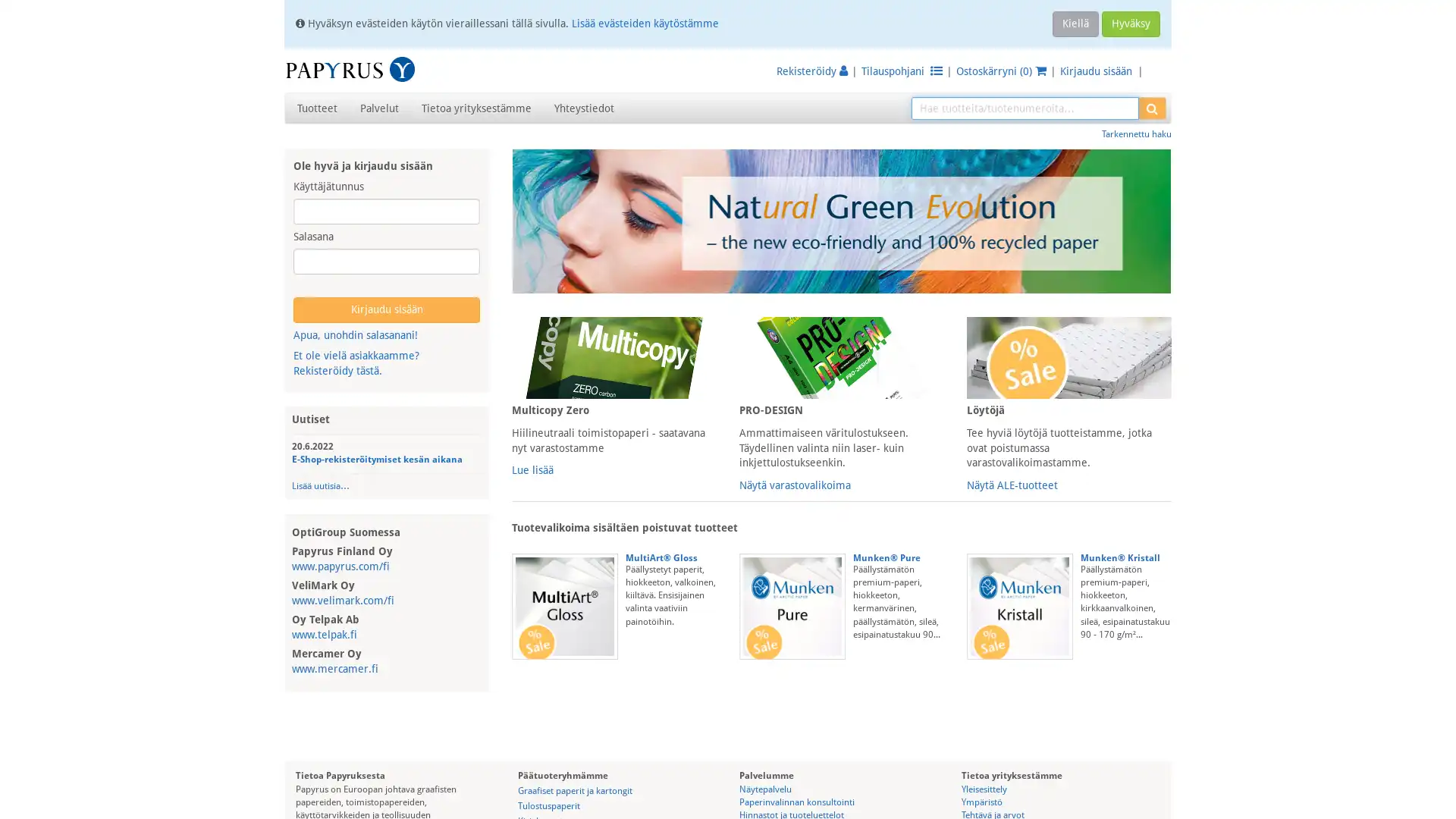 The height and width of the screenshot is (819, 1456). What do you see at coordinates (1131, 24) in the screenshot?
I see `Hyvaksy` at bounding box center [1131, 24].